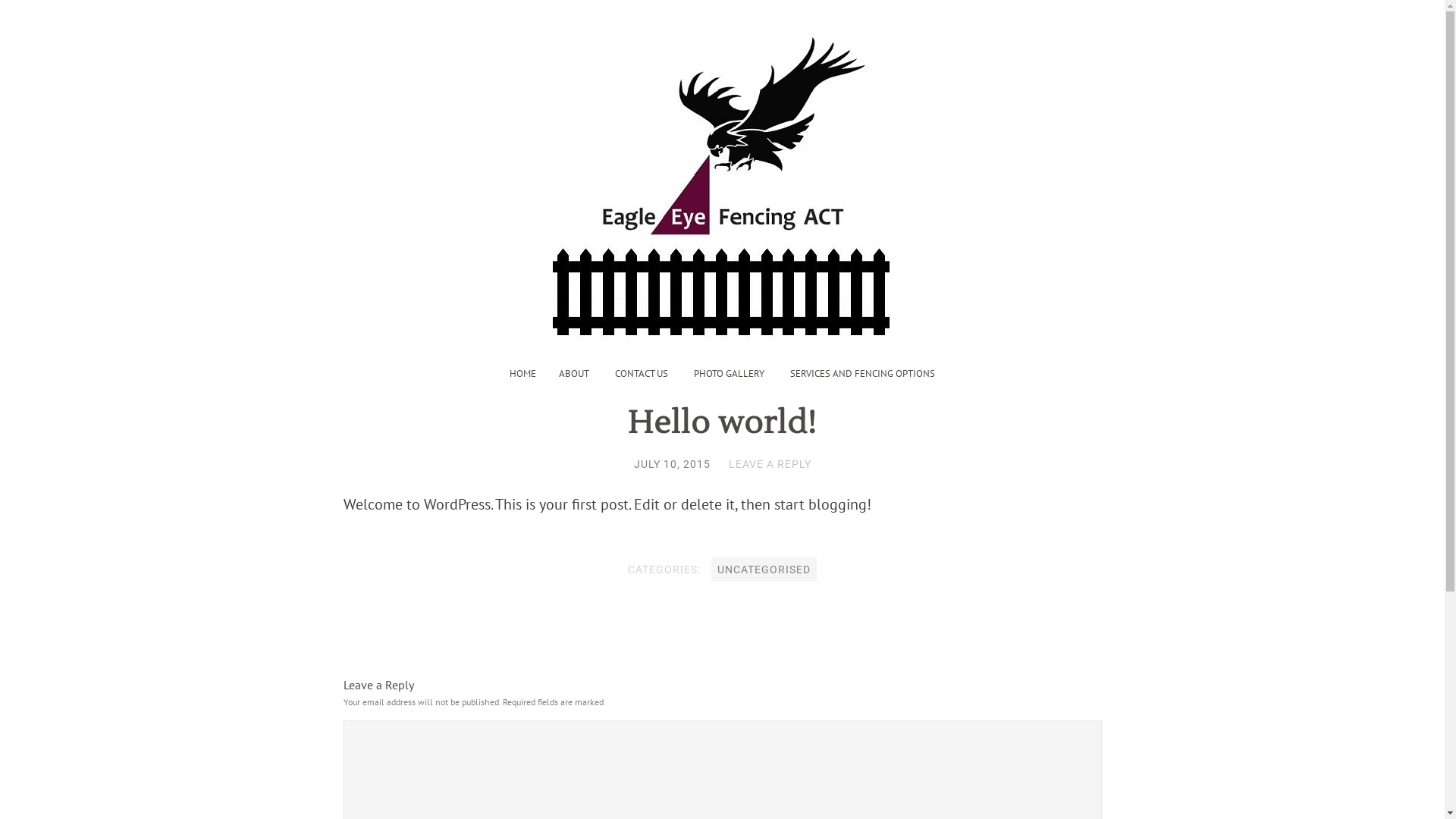 Image resolution: width=1456 pixels, height=819 pixels. Describe the element at coordinates (641, 372) in the screenshot. I see `'CONTACT US'` at that location.